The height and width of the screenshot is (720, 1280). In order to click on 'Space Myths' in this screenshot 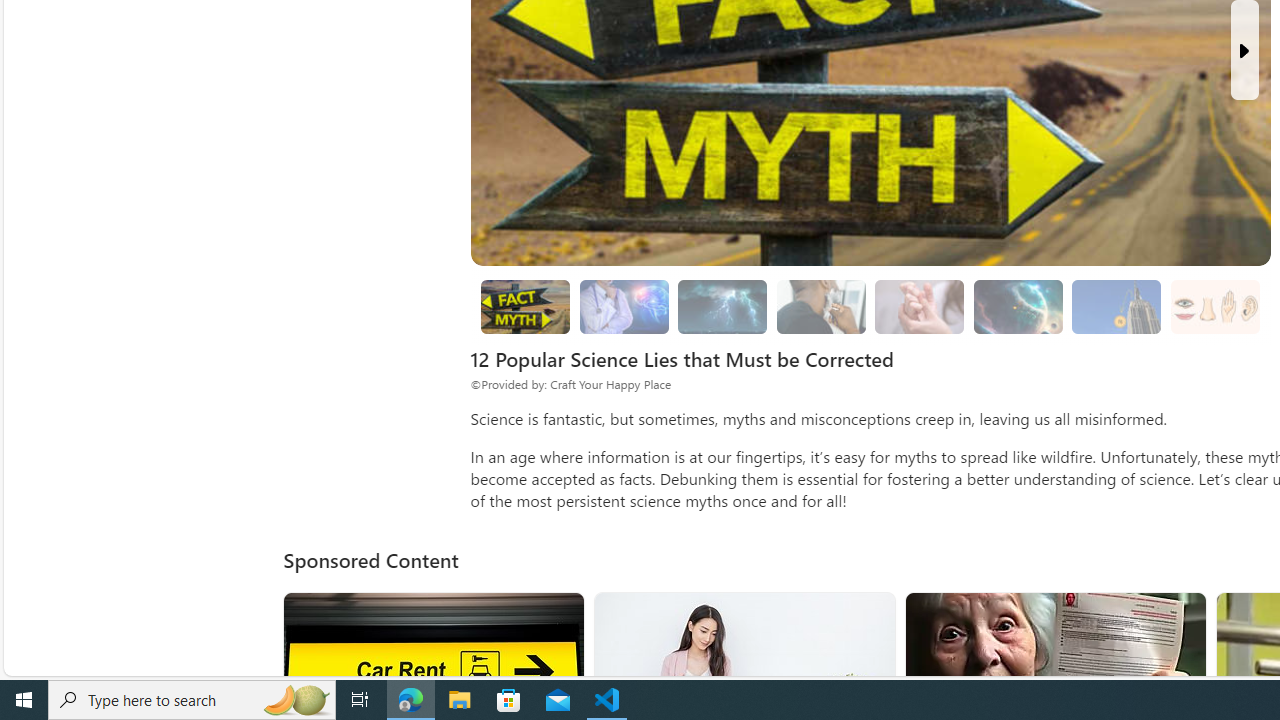, I will do `click(1018, 307)`.